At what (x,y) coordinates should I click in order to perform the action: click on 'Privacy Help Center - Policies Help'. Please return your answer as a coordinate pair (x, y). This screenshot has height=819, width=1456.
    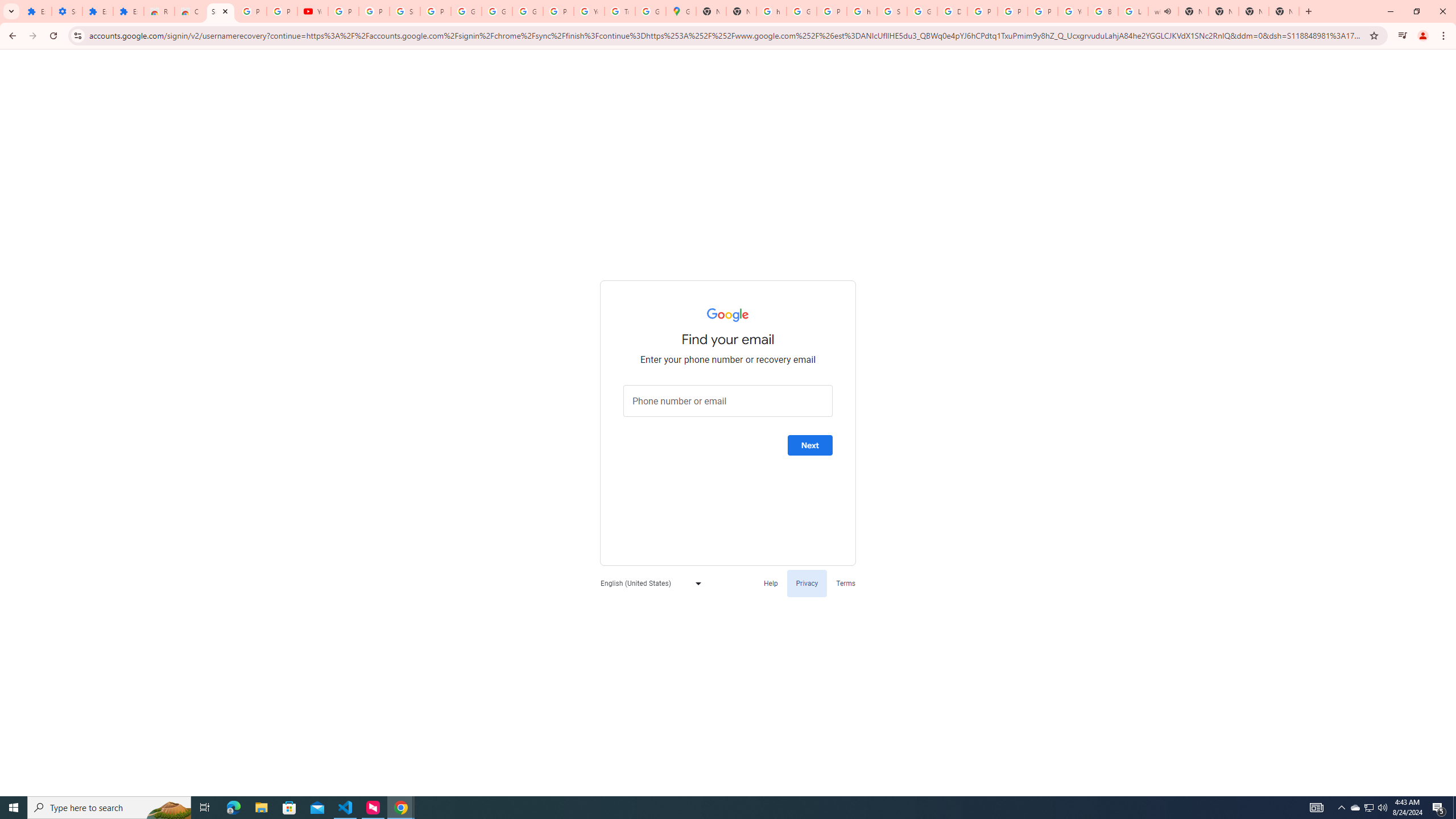
    Looking at the image, I should click on (983, 11).